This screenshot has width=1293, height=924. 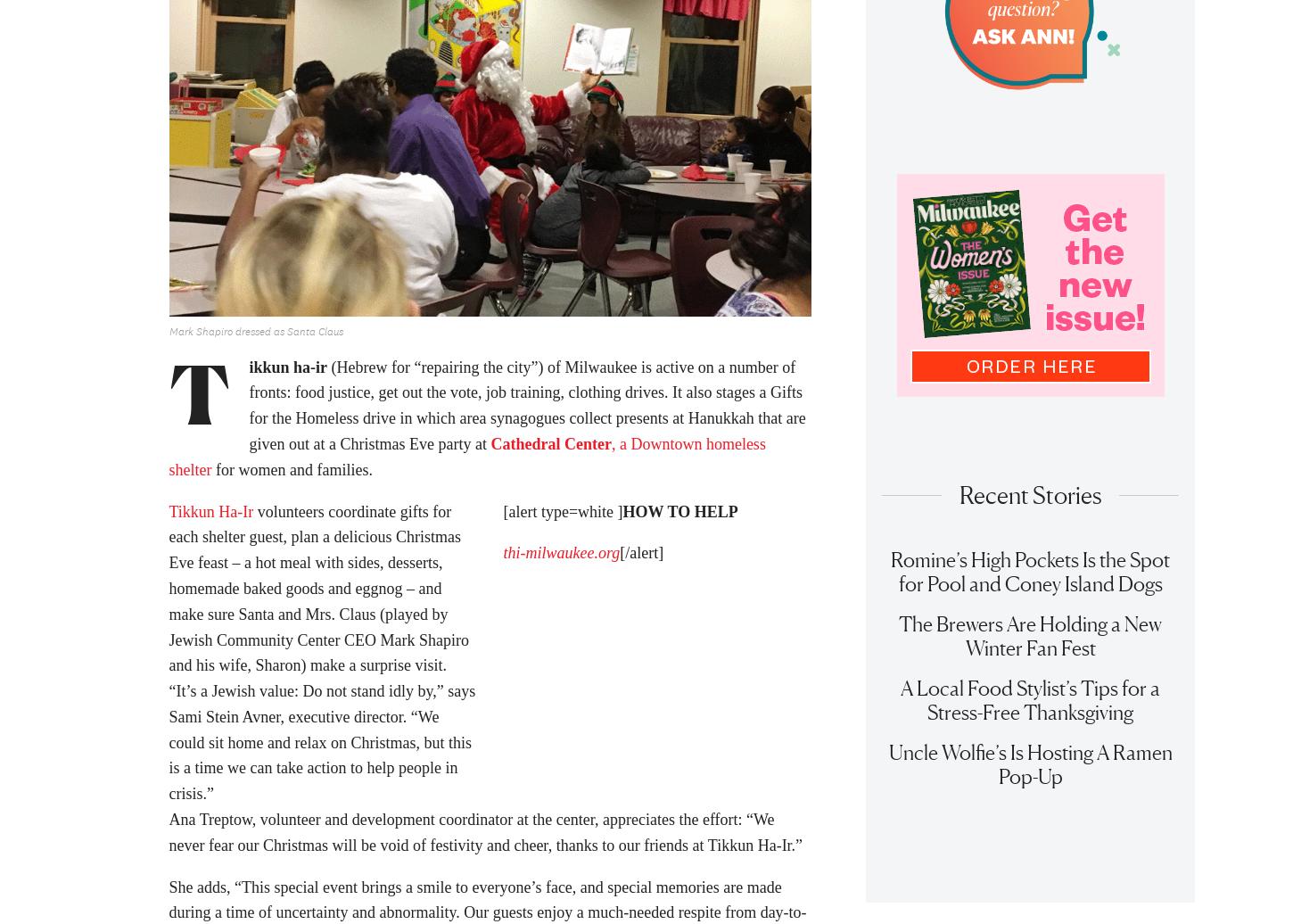 What do you see at coordinates (255, 337) in the screenshot?
I see `'Mark Shapiro dressed as Santa Claus'` at bounding box center [255, 337].